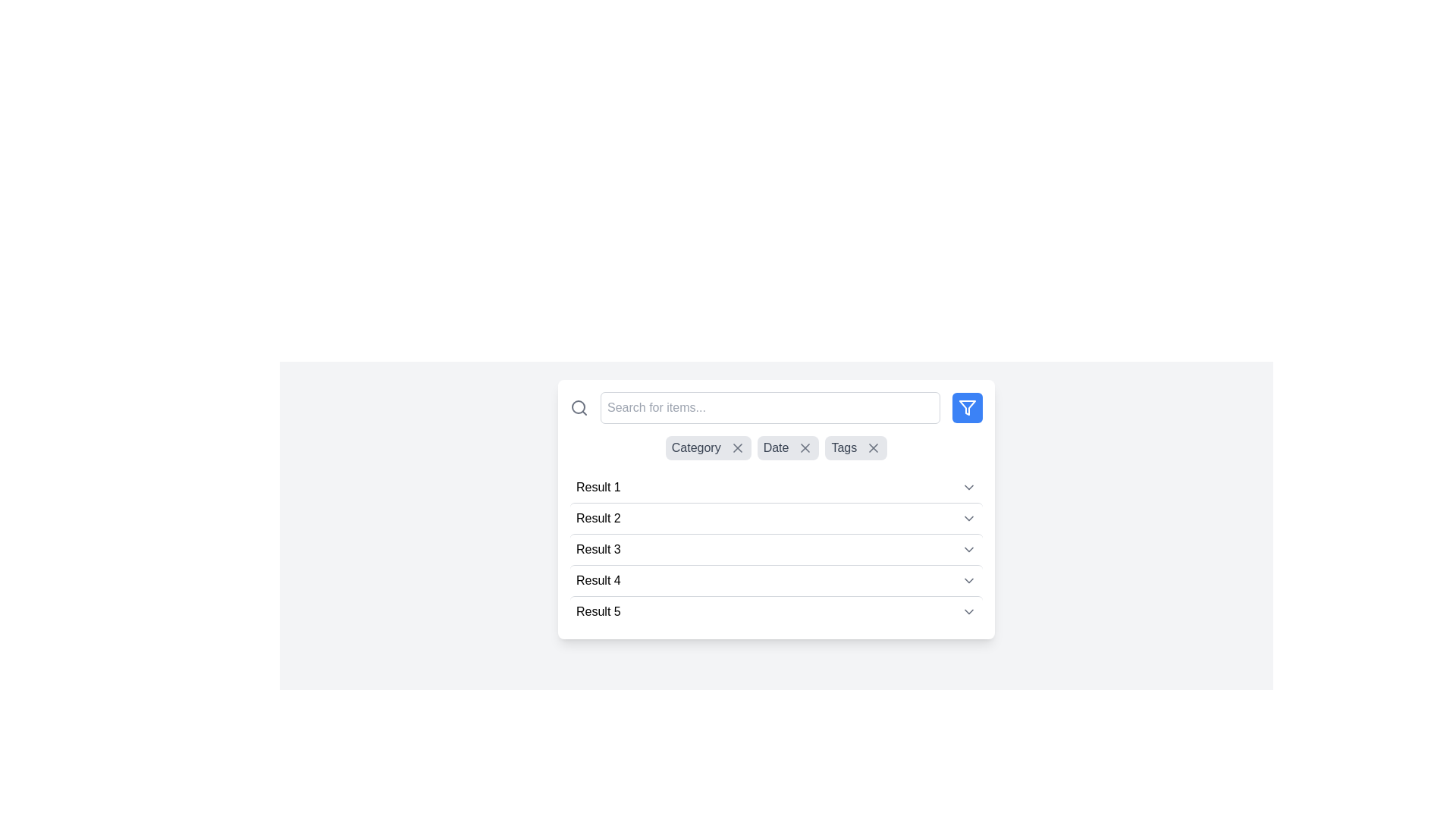 This screenshot has height=819, width=1456. What do you see at coordinates (776, 579) in the screenshot?
I see `the list item labeled 'Result 4' in the dropdown menu` at bounding box center [776, 579].